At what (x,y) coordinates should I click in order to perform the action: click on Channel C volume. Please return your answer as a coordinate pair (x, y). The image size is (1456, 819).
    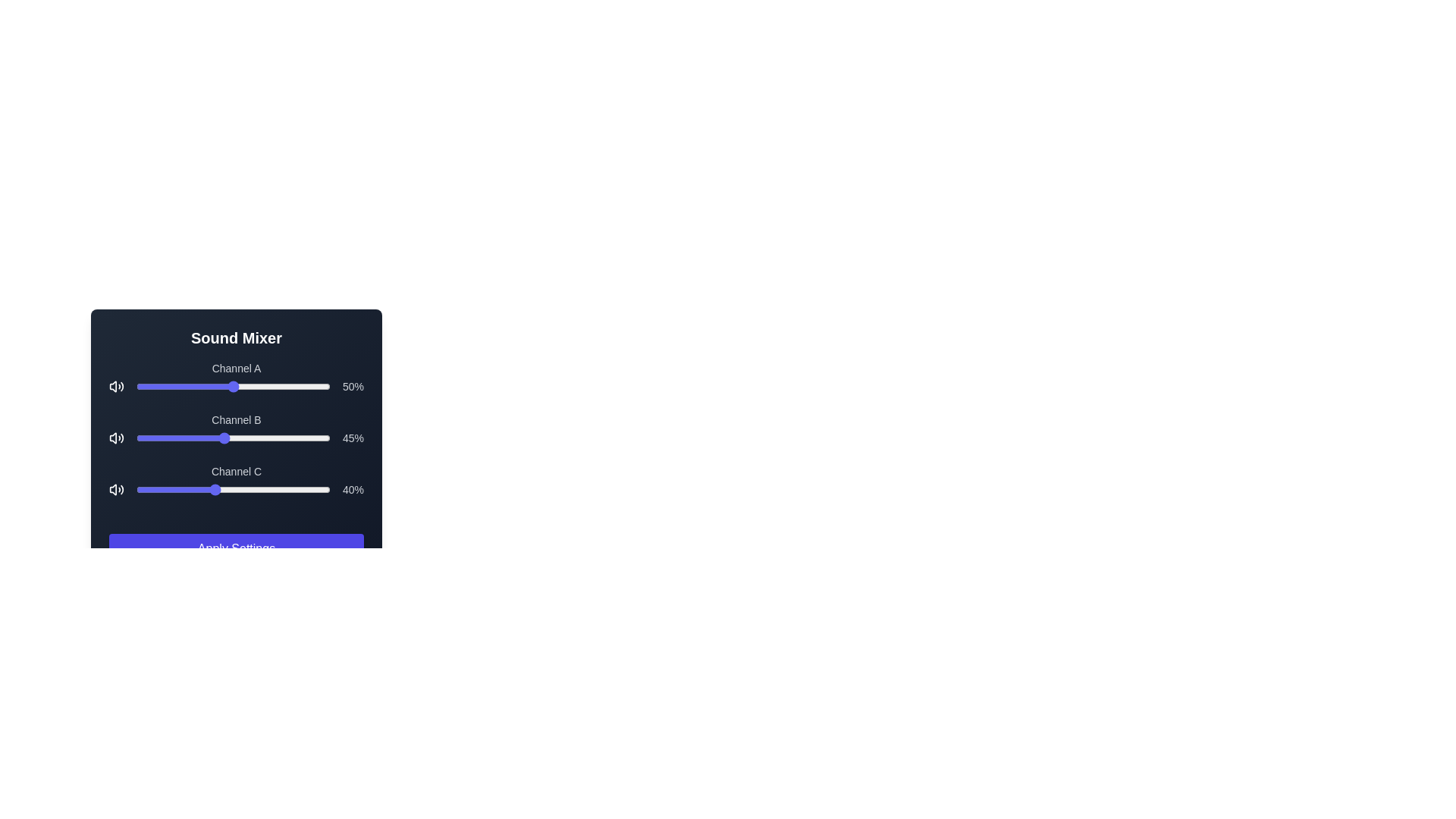
    Looking at the image, I should click on (196, 489).